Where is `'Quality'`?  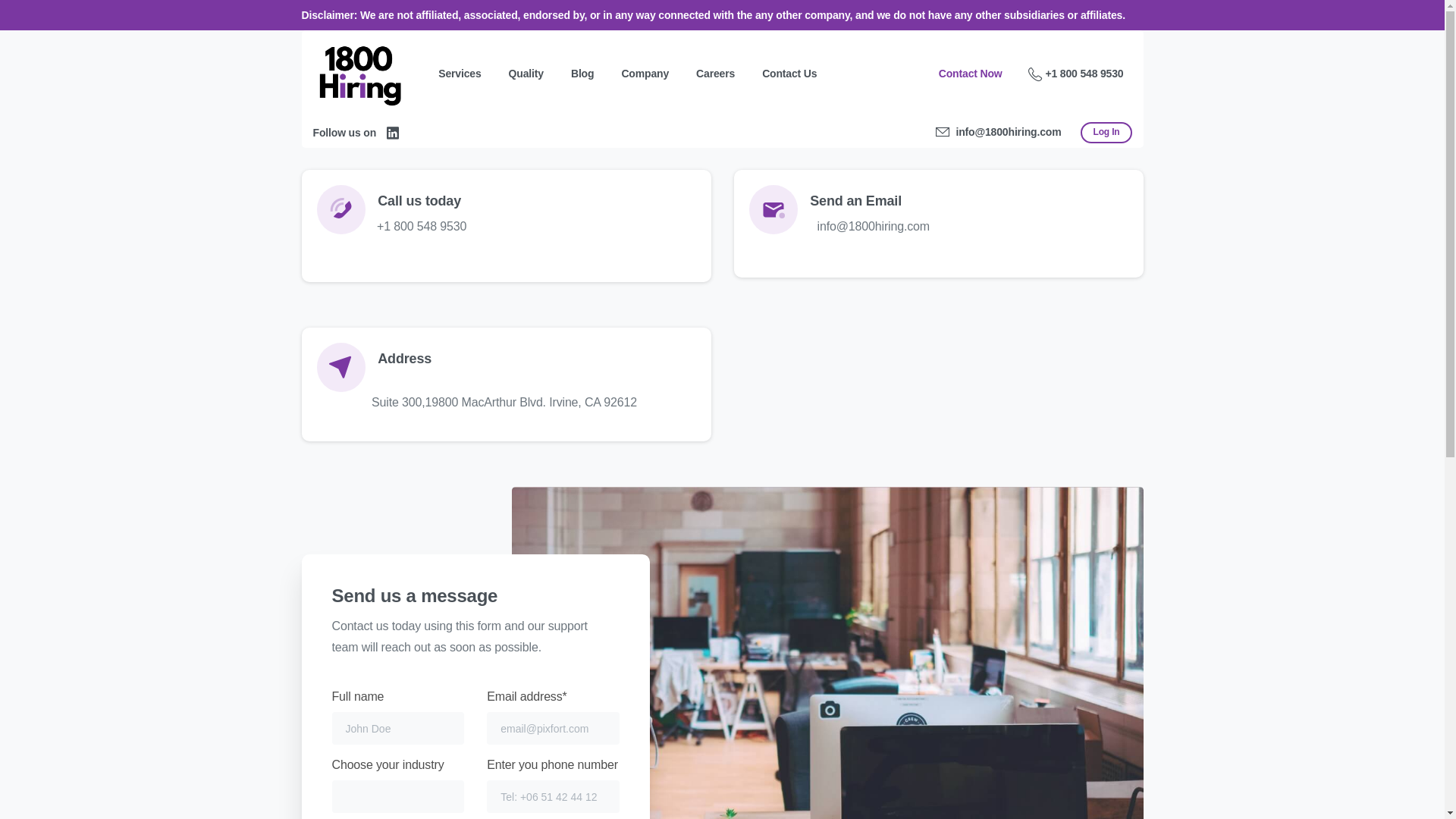
'Quality' is located at coordinates (526, 74).